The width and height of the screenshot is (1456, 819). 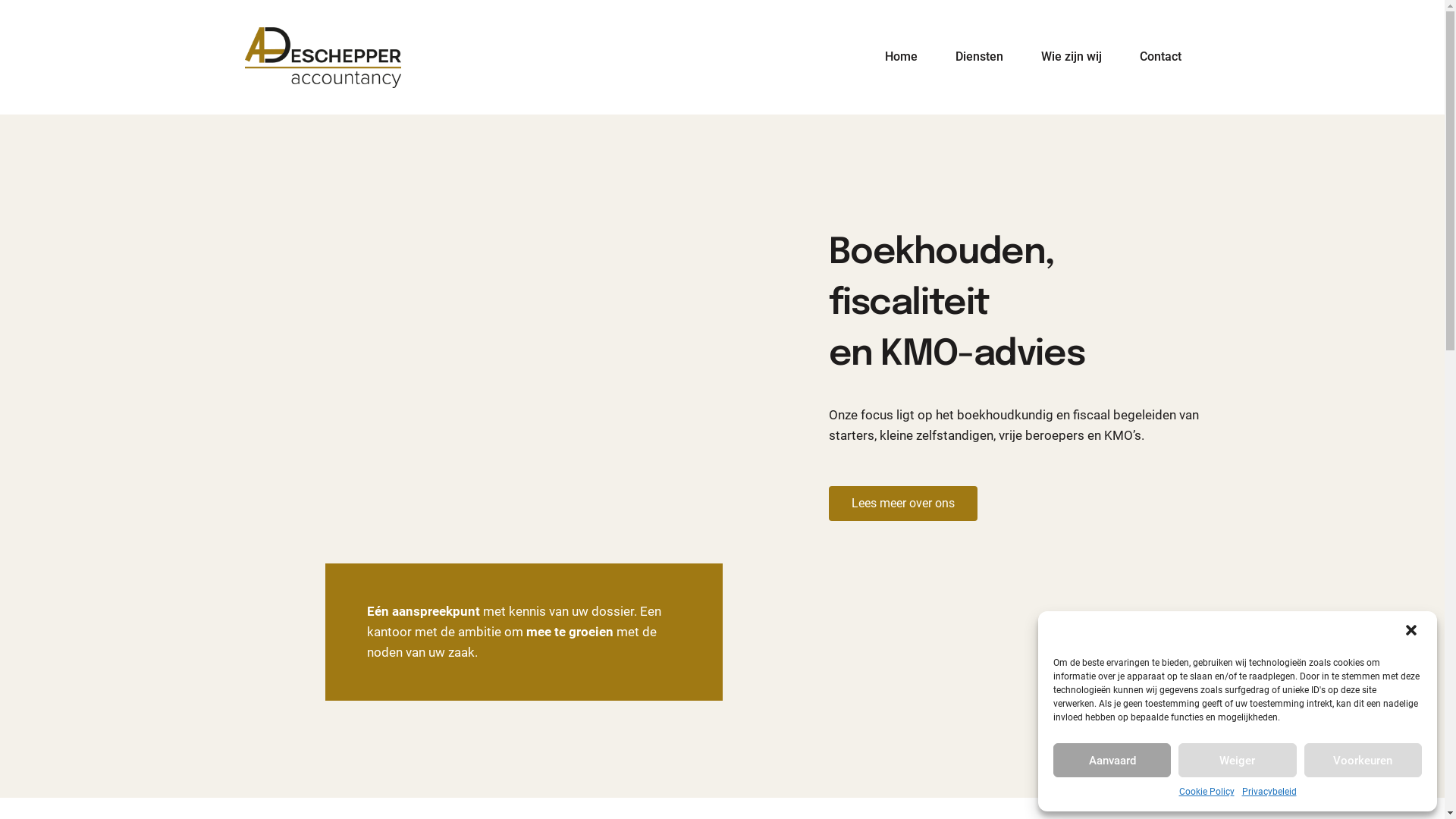 I want to click on 'Voorkeuren', so click(x=1363, y=760).